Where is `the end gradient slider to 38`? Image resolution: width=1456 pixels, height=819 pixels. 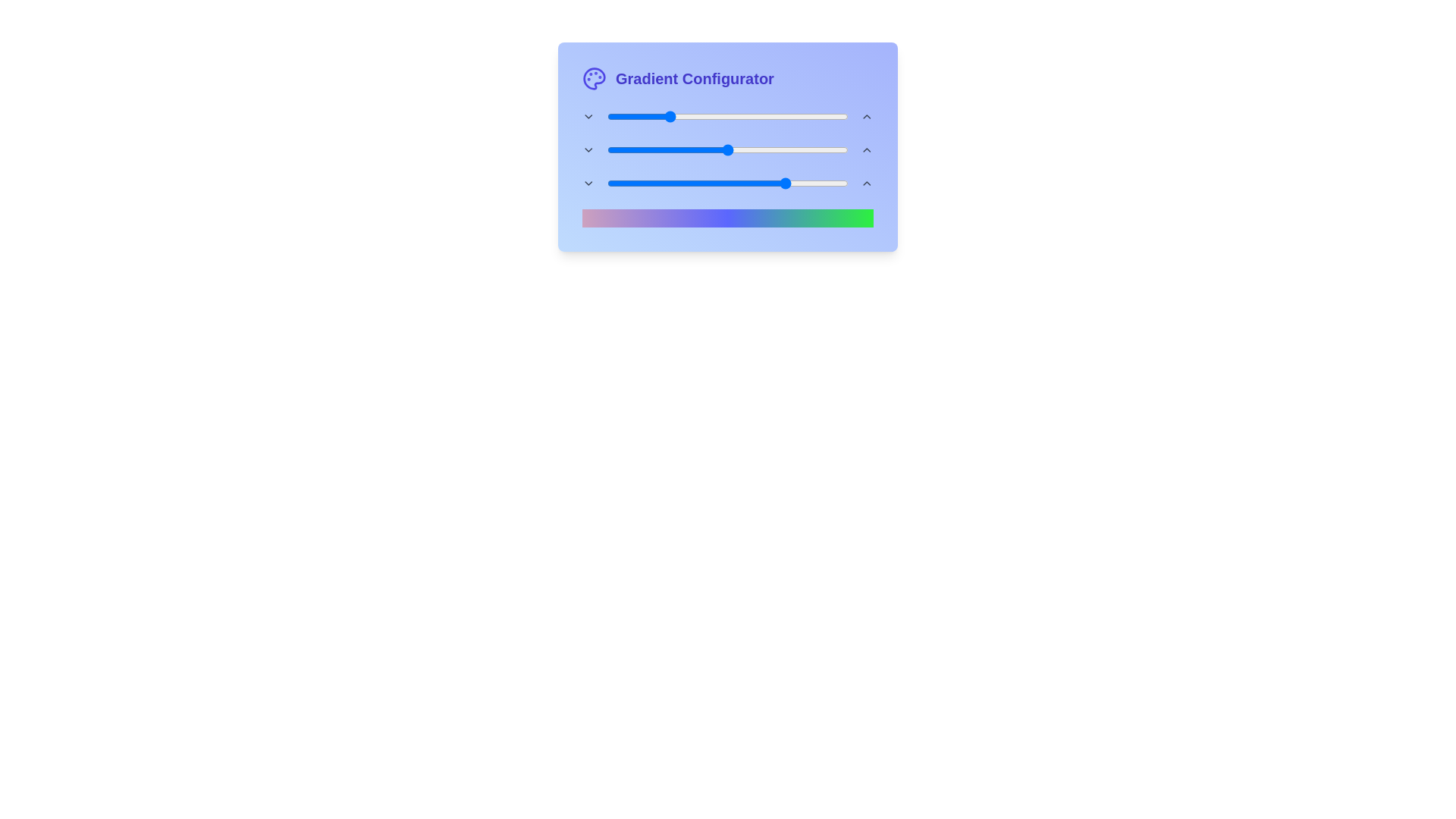
the end gradient slider to 38 is located at coordinates (698, 183).